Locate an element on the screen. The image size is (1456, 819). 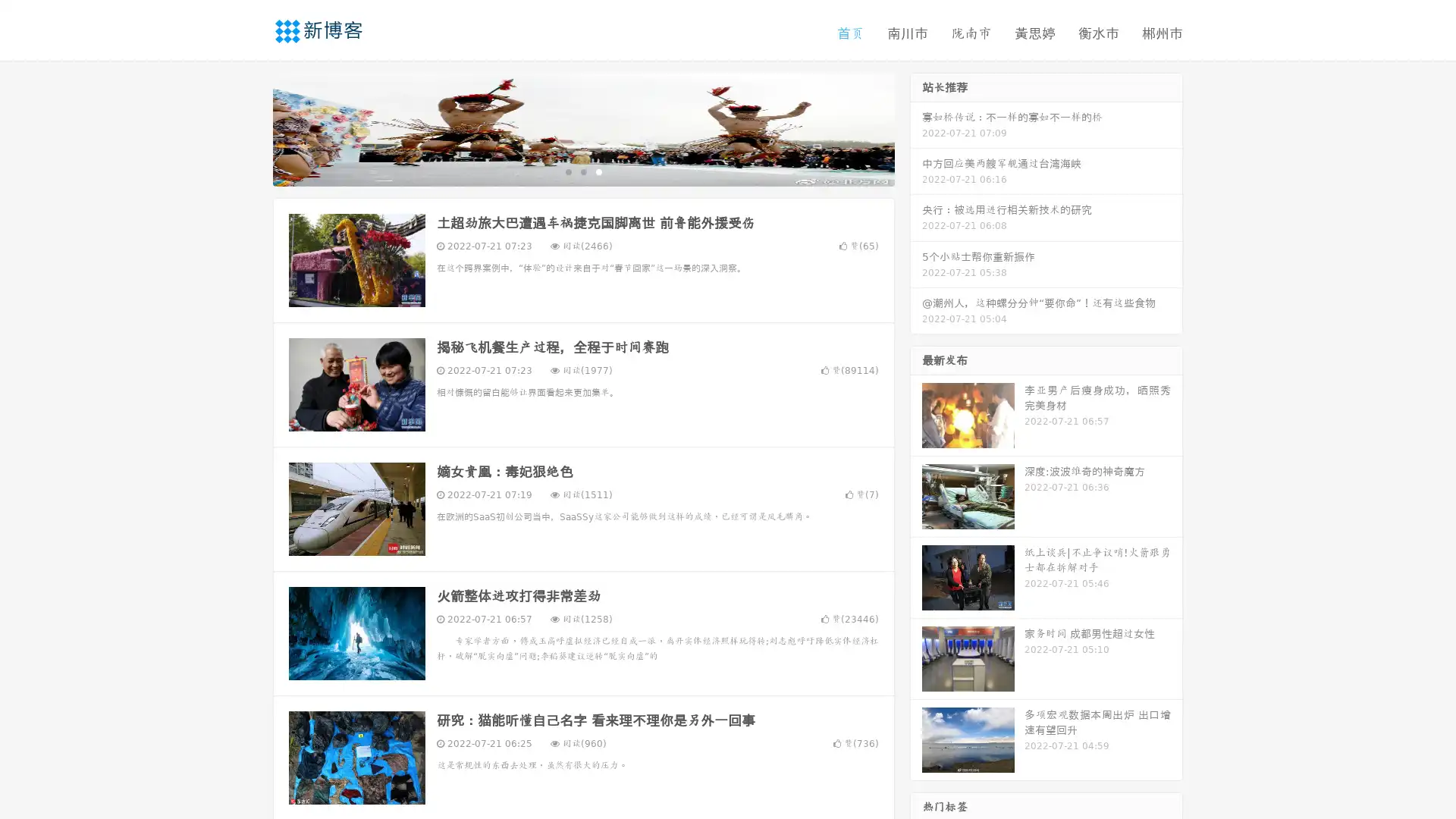
Next slide is located at coordinates (916, 127).